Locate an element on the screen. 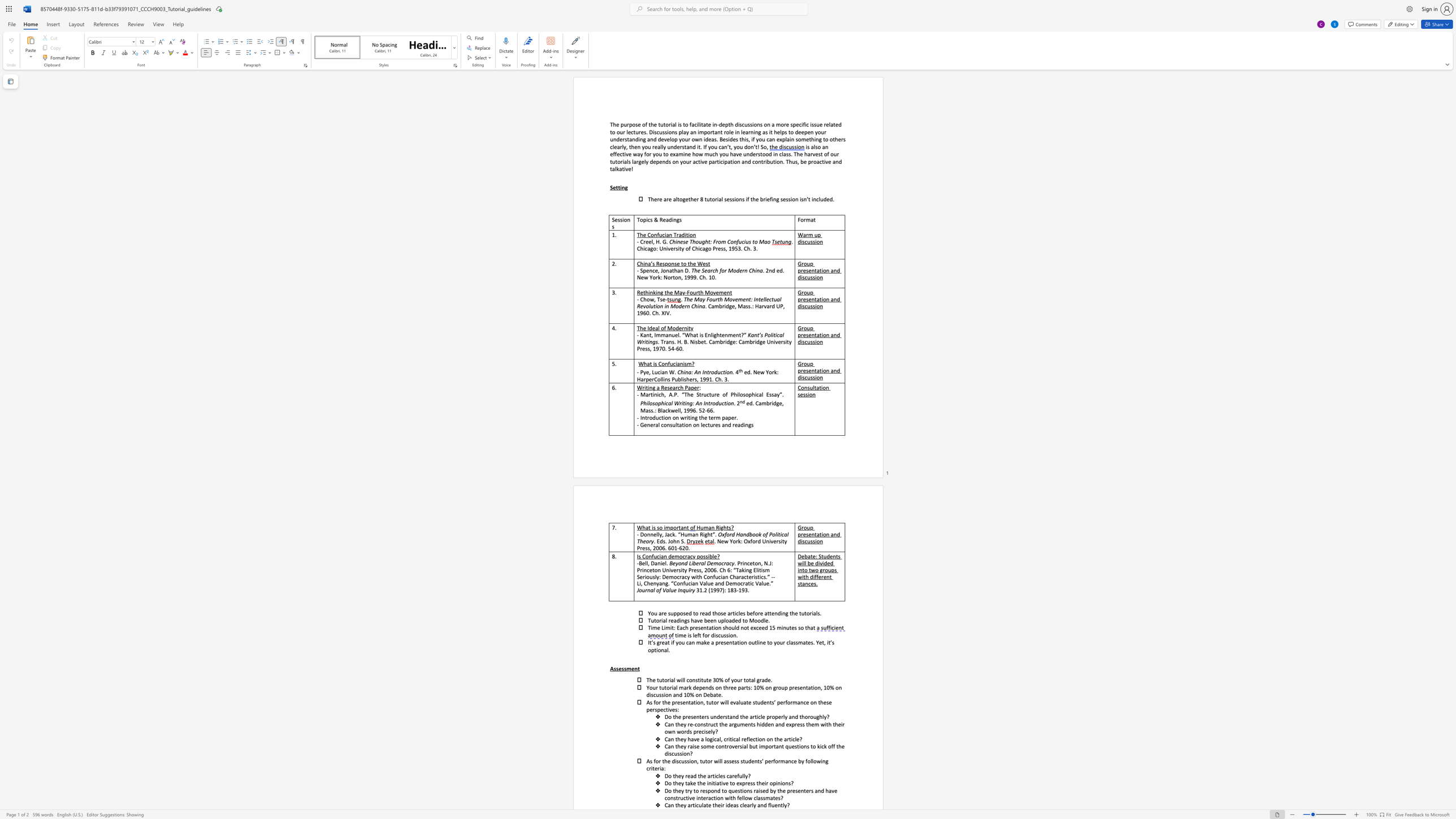  the subset text "e Confucian Traditi" within the text "The Confucian Tradition" is located at coordinates (643, 234).